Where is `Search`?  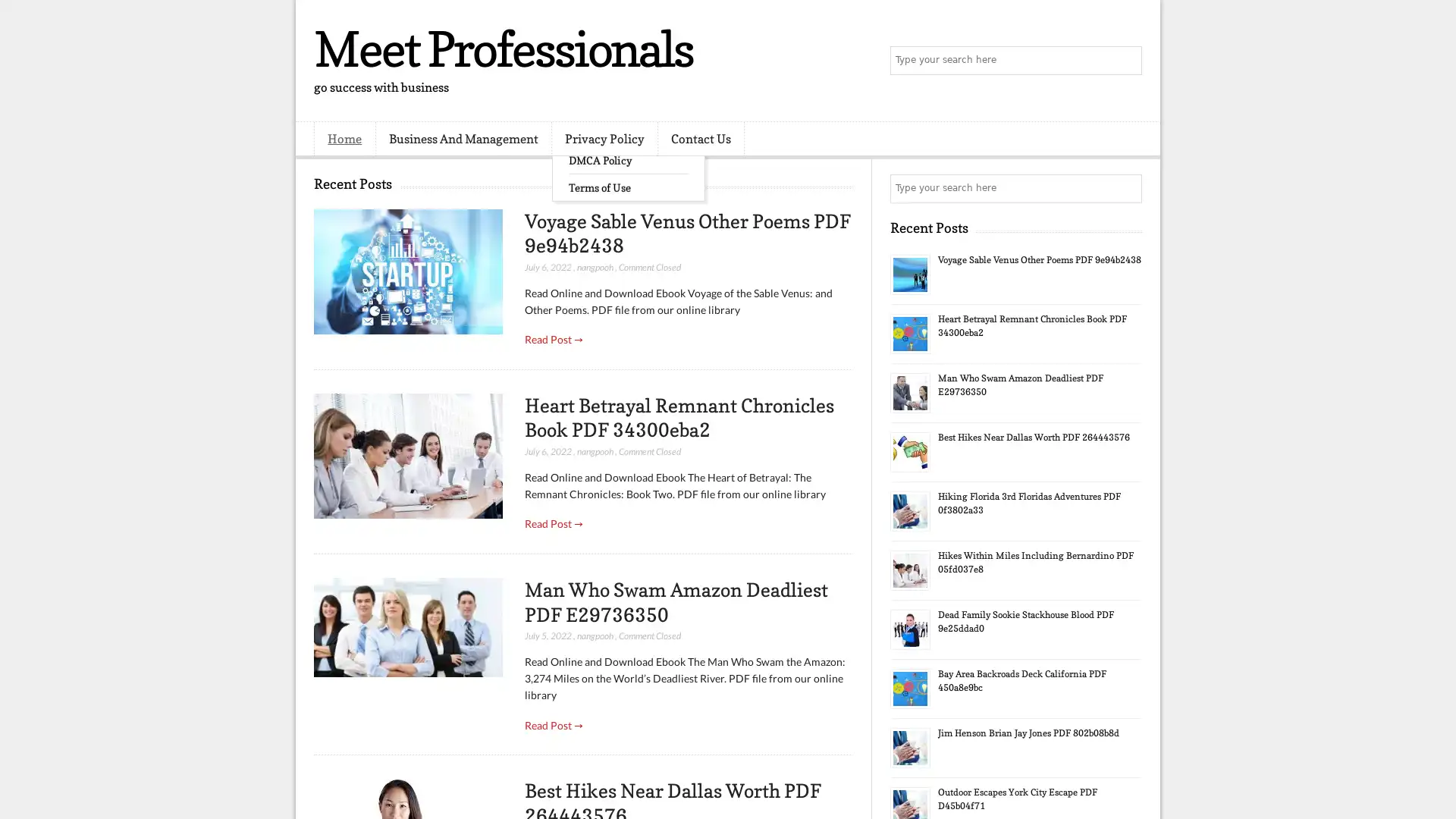
Search is located at coordinates (1126, 61).